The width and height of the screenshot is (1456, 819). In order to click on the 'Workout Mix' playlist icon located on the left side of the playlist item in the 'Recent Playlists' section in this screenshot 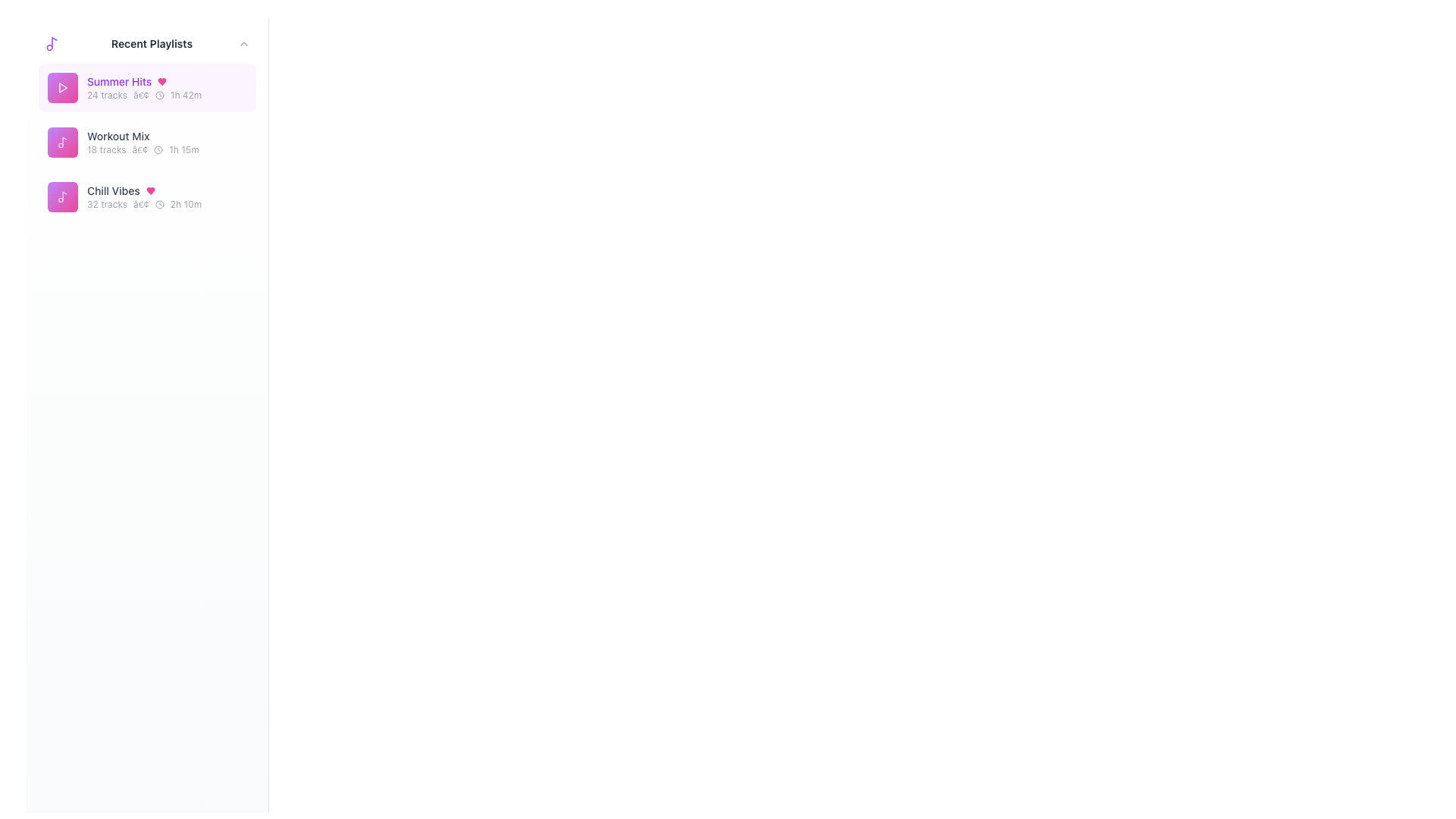, I will do `click(61, 143)`.